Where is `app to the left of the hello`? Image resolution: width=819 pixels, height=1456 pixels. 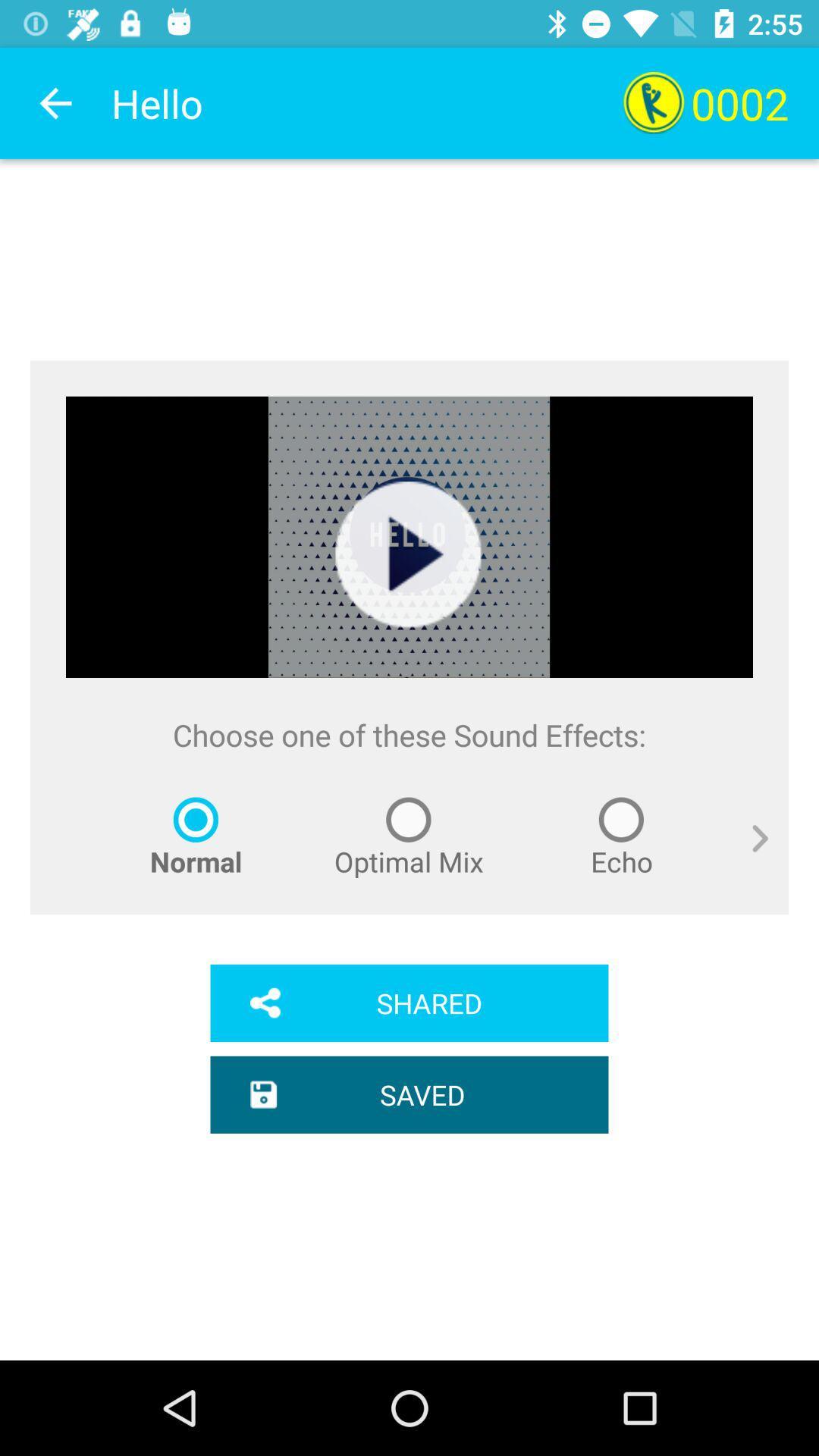 app to the left of the hello is located at coordinates (55, 102).